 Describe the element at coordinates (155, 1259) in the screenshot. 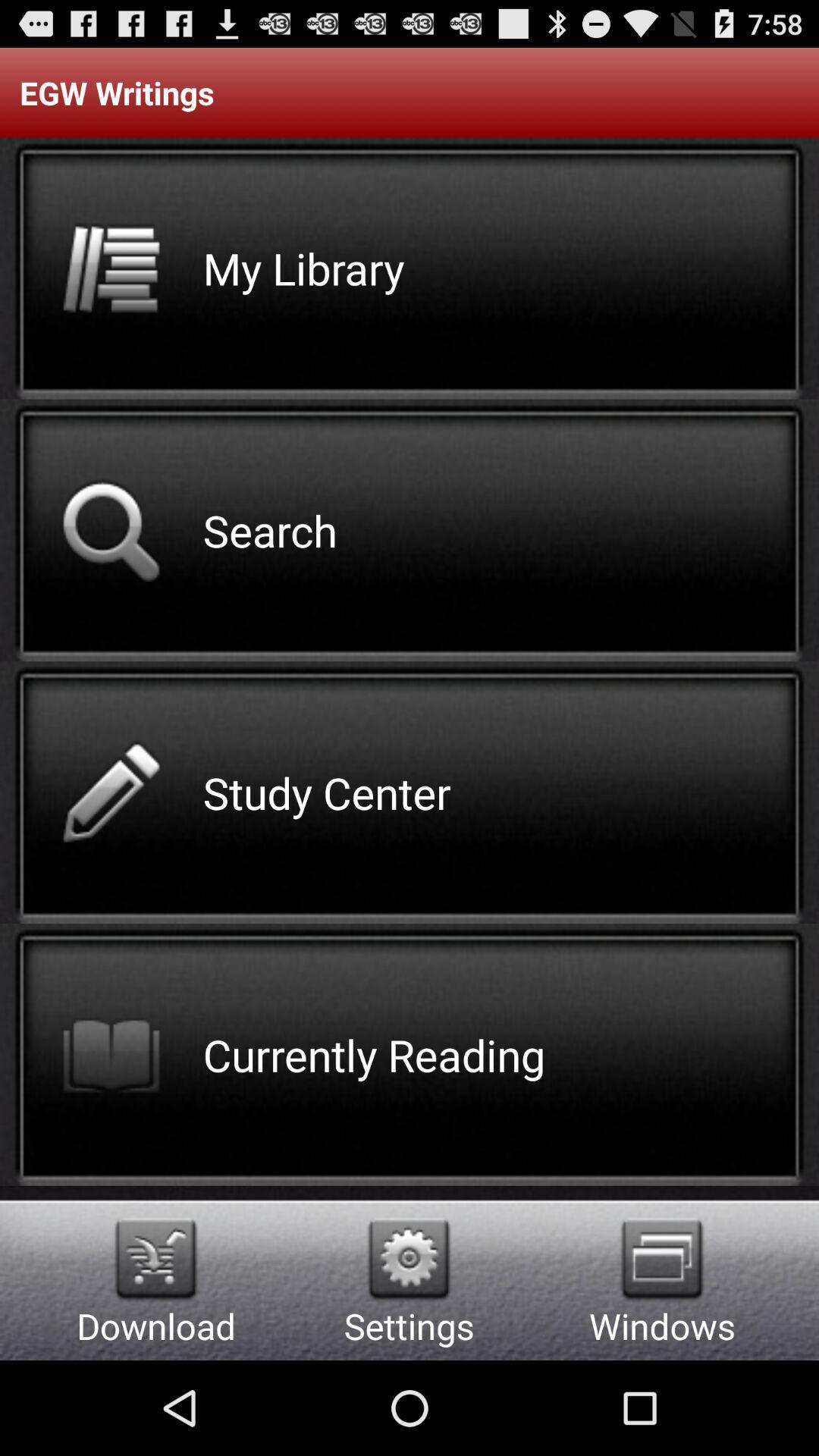

I see `download writings` at that location.